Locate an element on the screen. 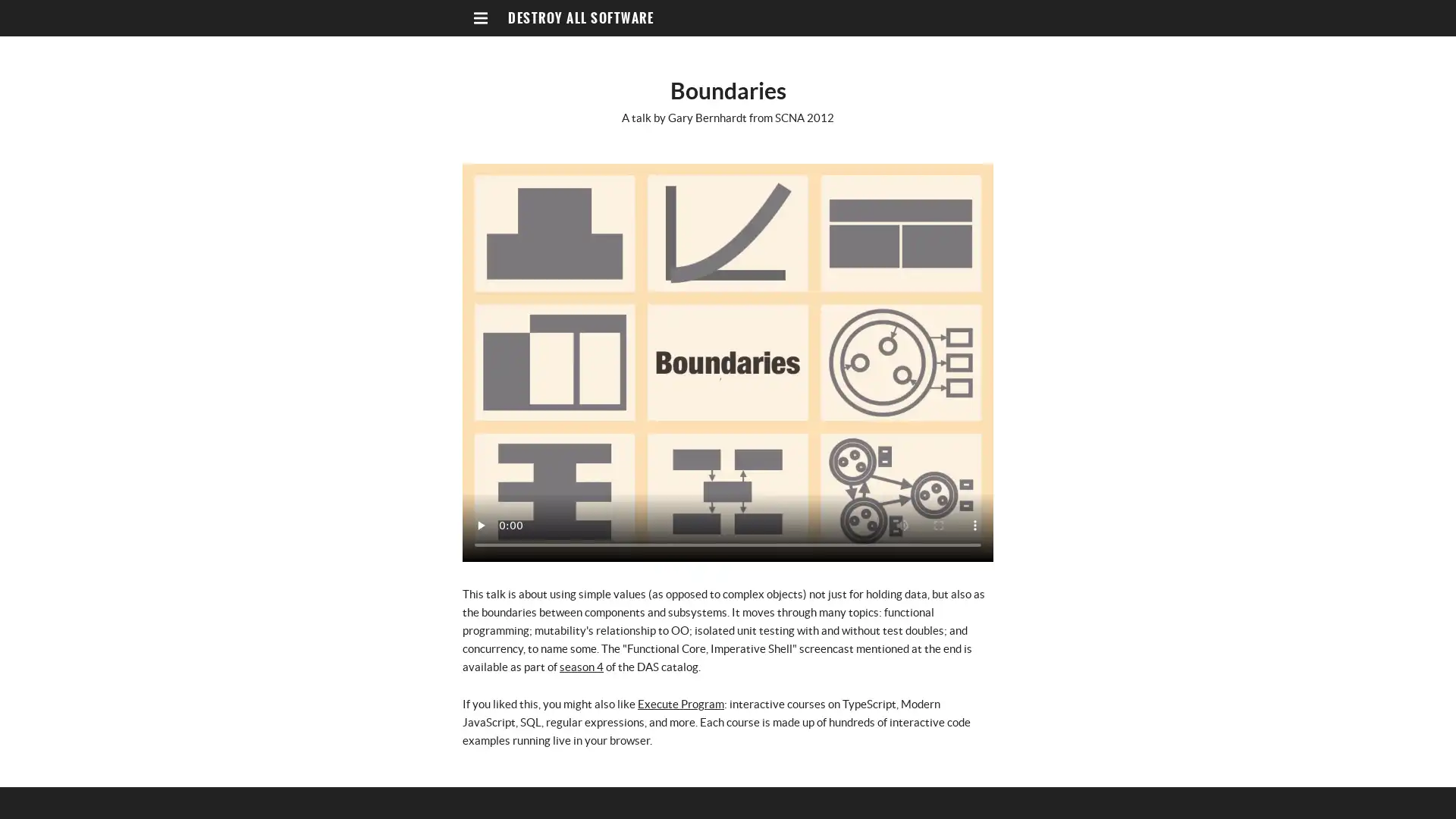 This screenshot has width=1456, height=819. play is located at coordinates (479, 525).